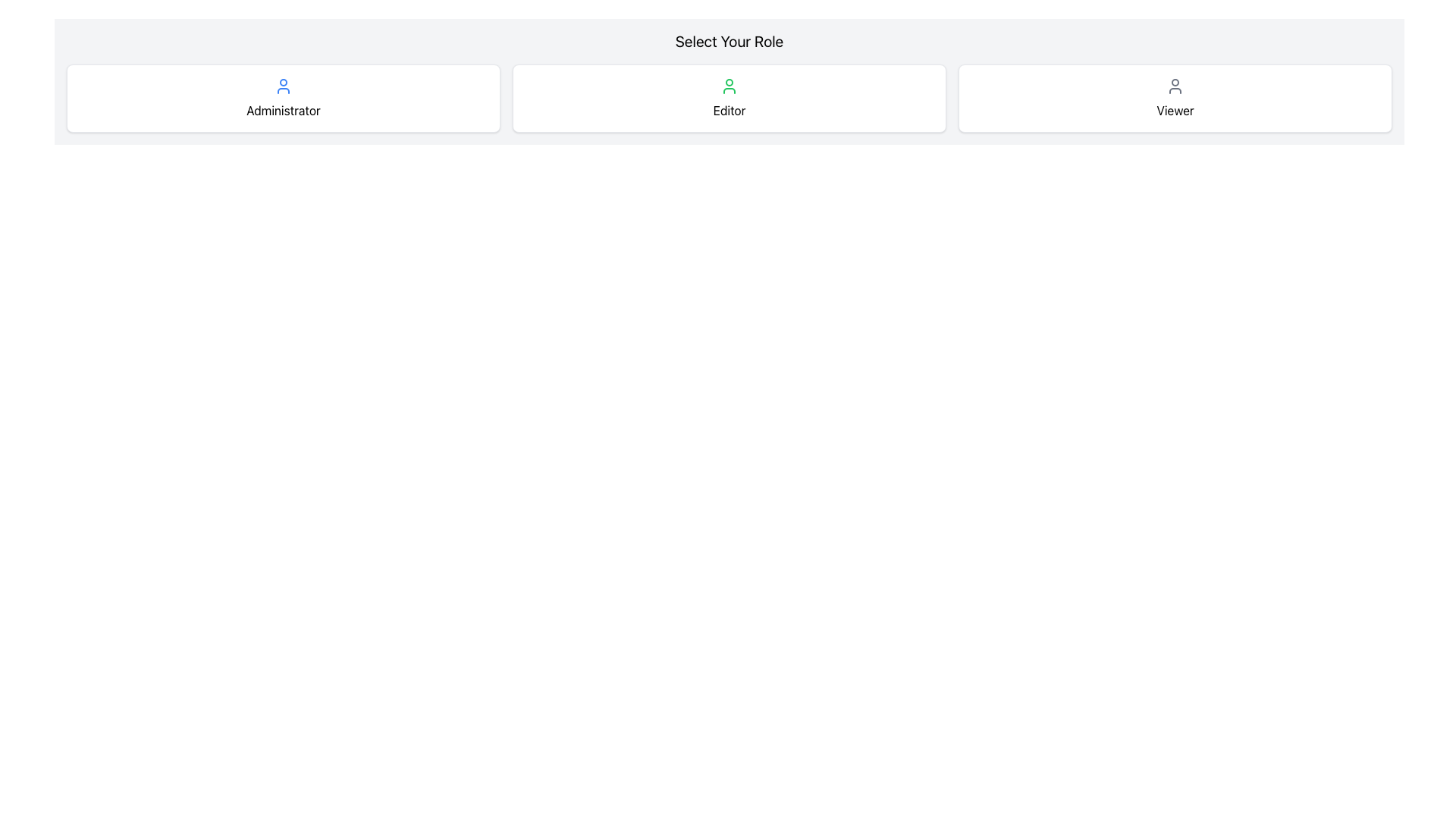 This screenshot has height=819, width=1456. Describe the element at coordinates (729, 110) in the screenshot. I see `the Text Label that identifies the Editor role, located centrally below the green user profile icon` at that location.